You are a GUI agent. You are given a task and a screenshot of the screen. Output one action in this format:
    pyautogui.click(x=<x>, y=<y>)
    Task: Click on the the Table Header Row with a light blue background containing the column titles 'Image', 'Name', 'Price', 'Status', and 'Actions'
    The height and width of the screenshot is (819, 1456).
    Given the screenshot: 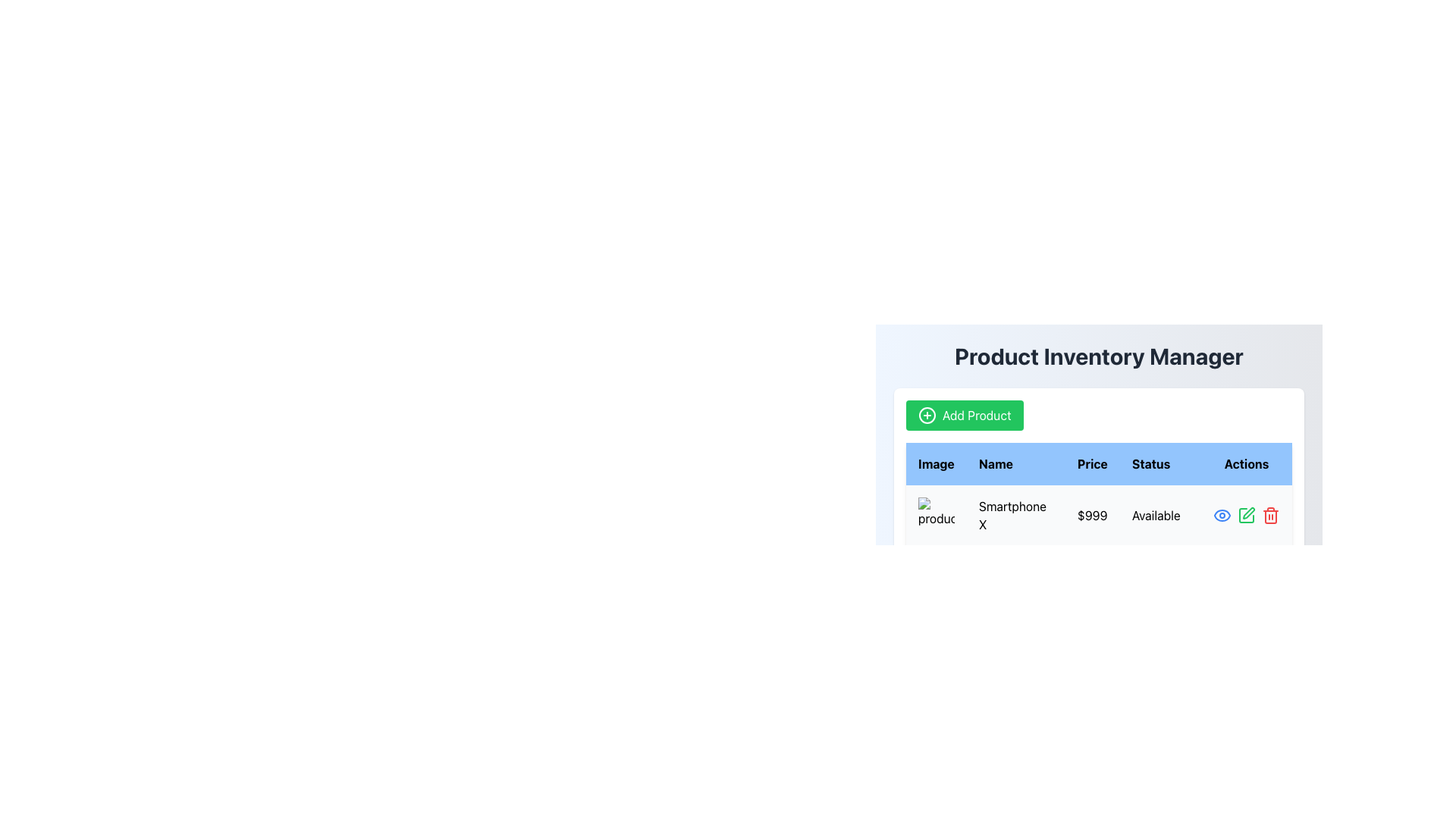 What is the action you would take?
    pyautogui.click(x=1099, y=463)
    